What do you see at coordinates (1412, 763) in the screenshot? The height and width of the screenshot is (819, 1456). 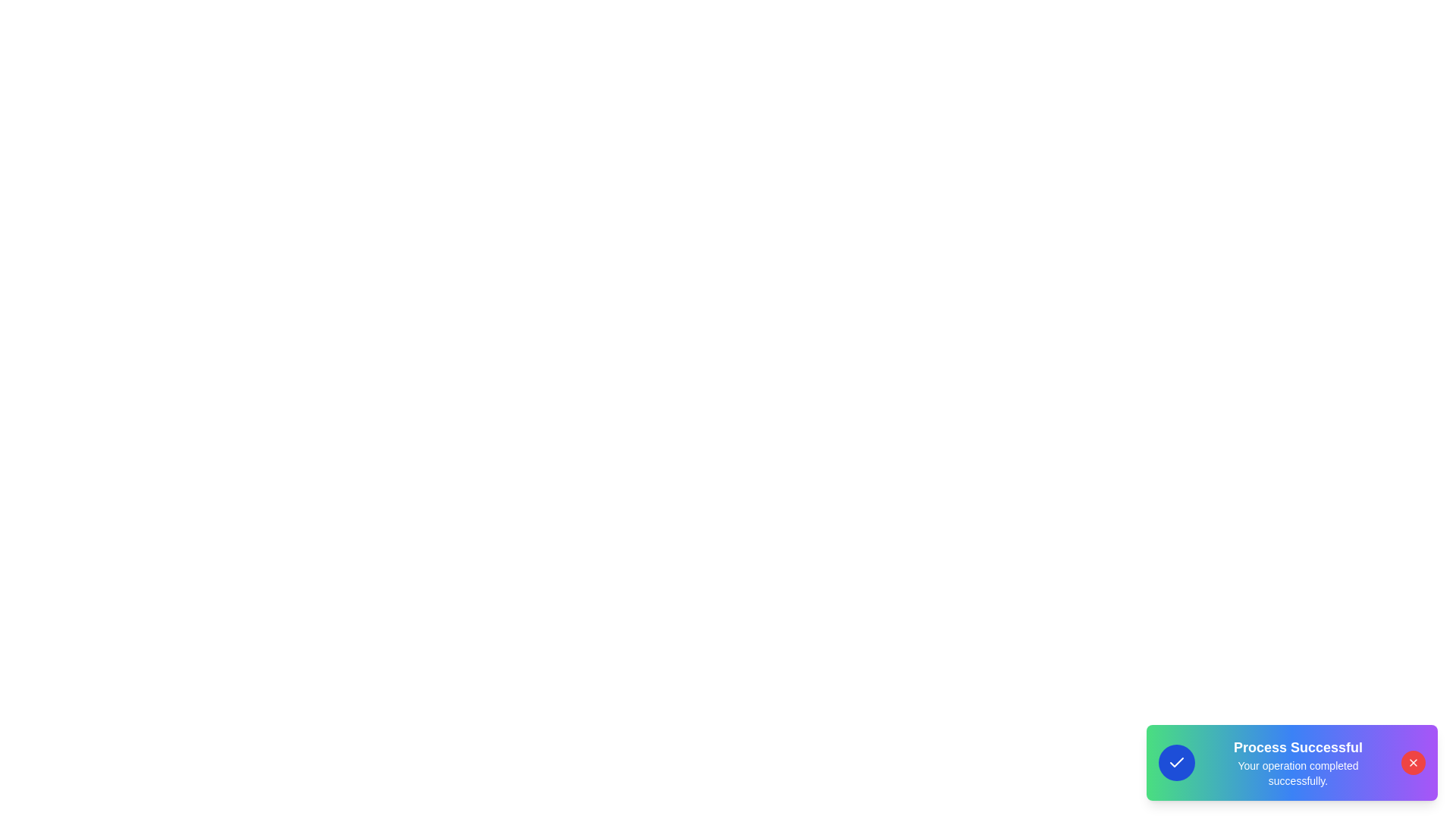 I see `the close button to hide the snackbar` at bounding box center [1412, 763].